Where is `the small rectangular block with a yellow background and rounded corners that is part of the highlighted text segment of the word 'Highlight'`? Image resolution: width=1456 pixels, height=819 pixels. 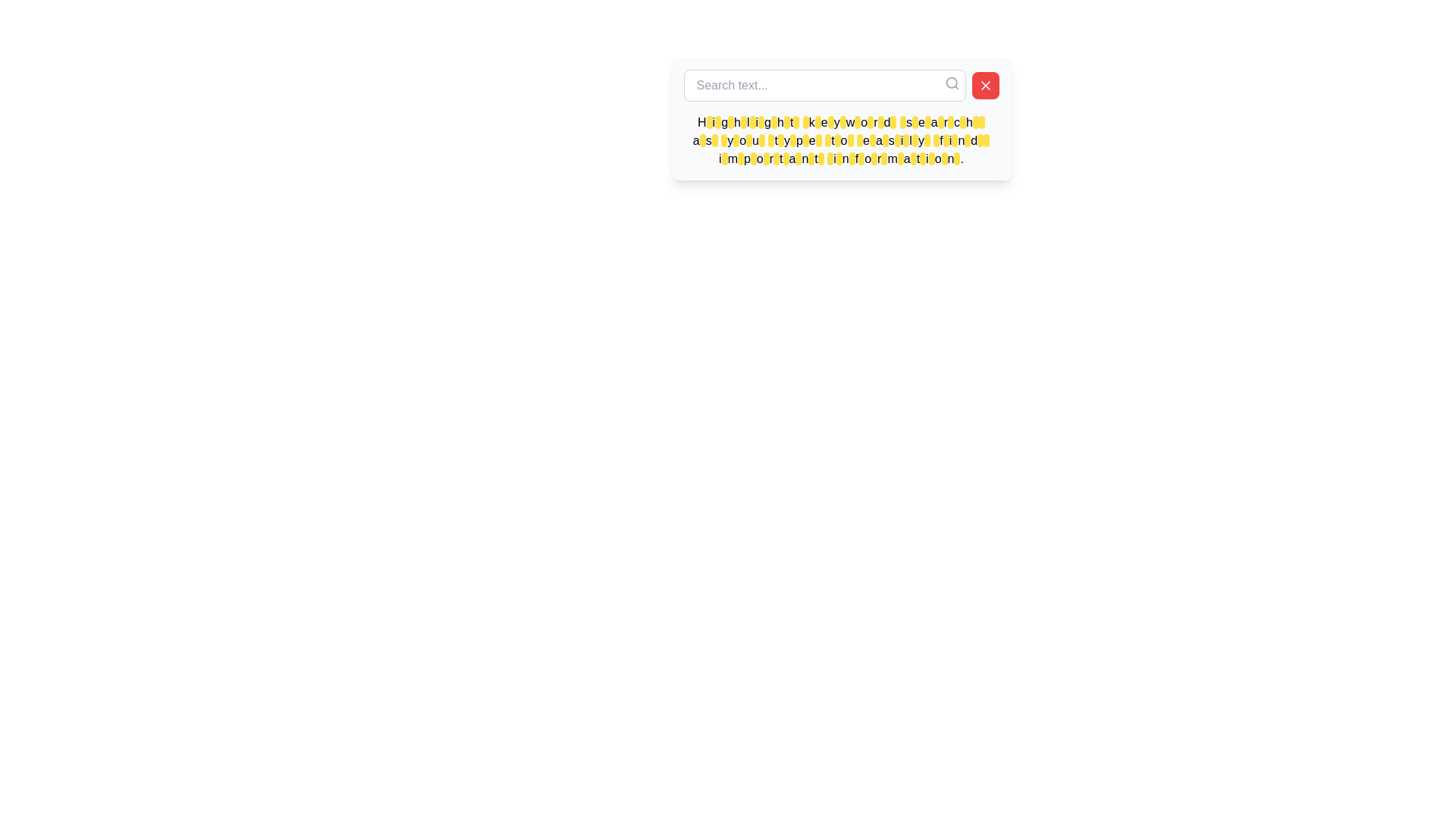
the small rectangular block with a yellow background and rounded corners that is part of the highlighted text segment of the word 'Highlight' is located at coordinates (743, 121).